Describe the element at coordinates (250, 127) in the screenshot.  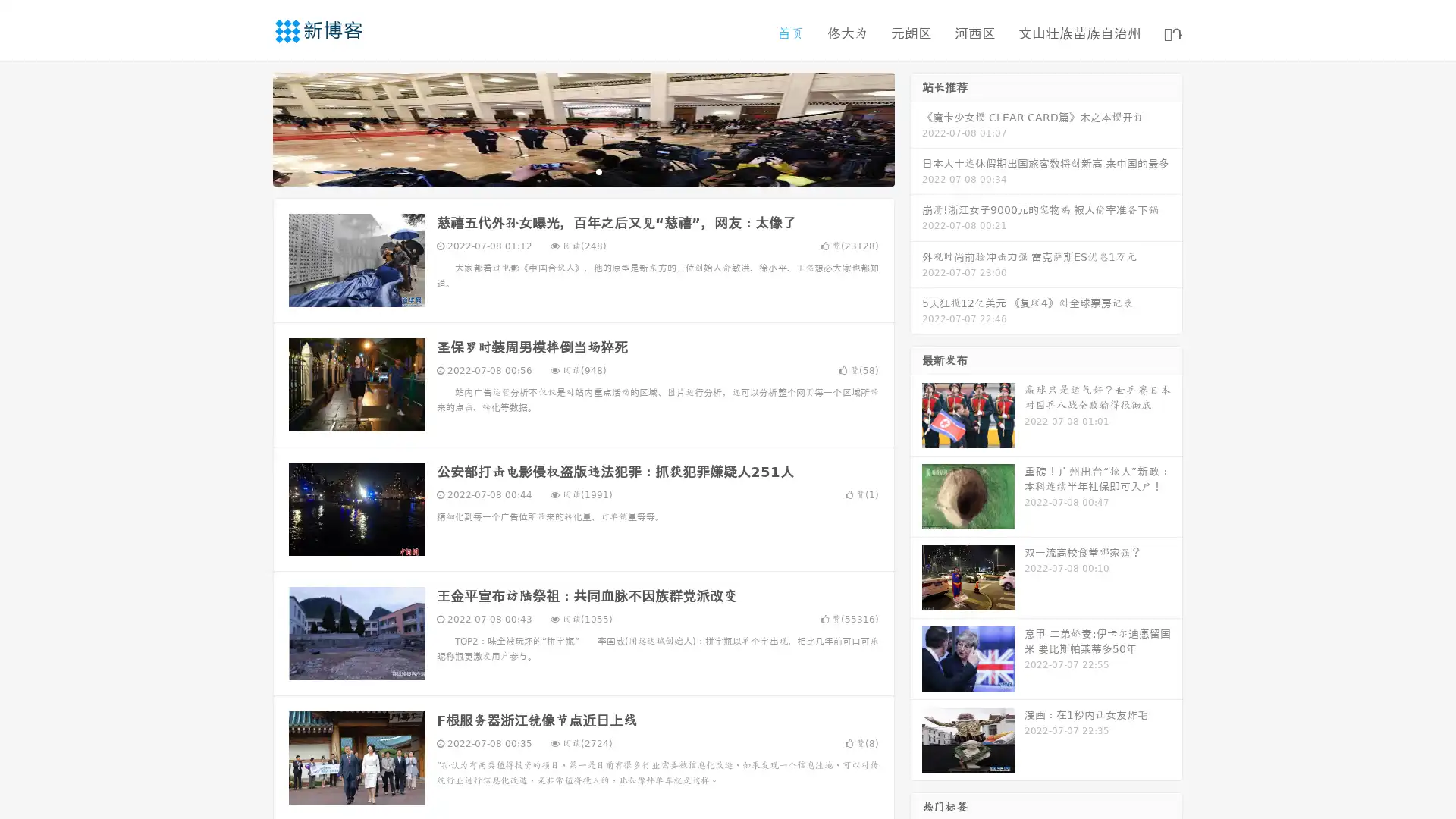
I see `Previous slide` at that location.